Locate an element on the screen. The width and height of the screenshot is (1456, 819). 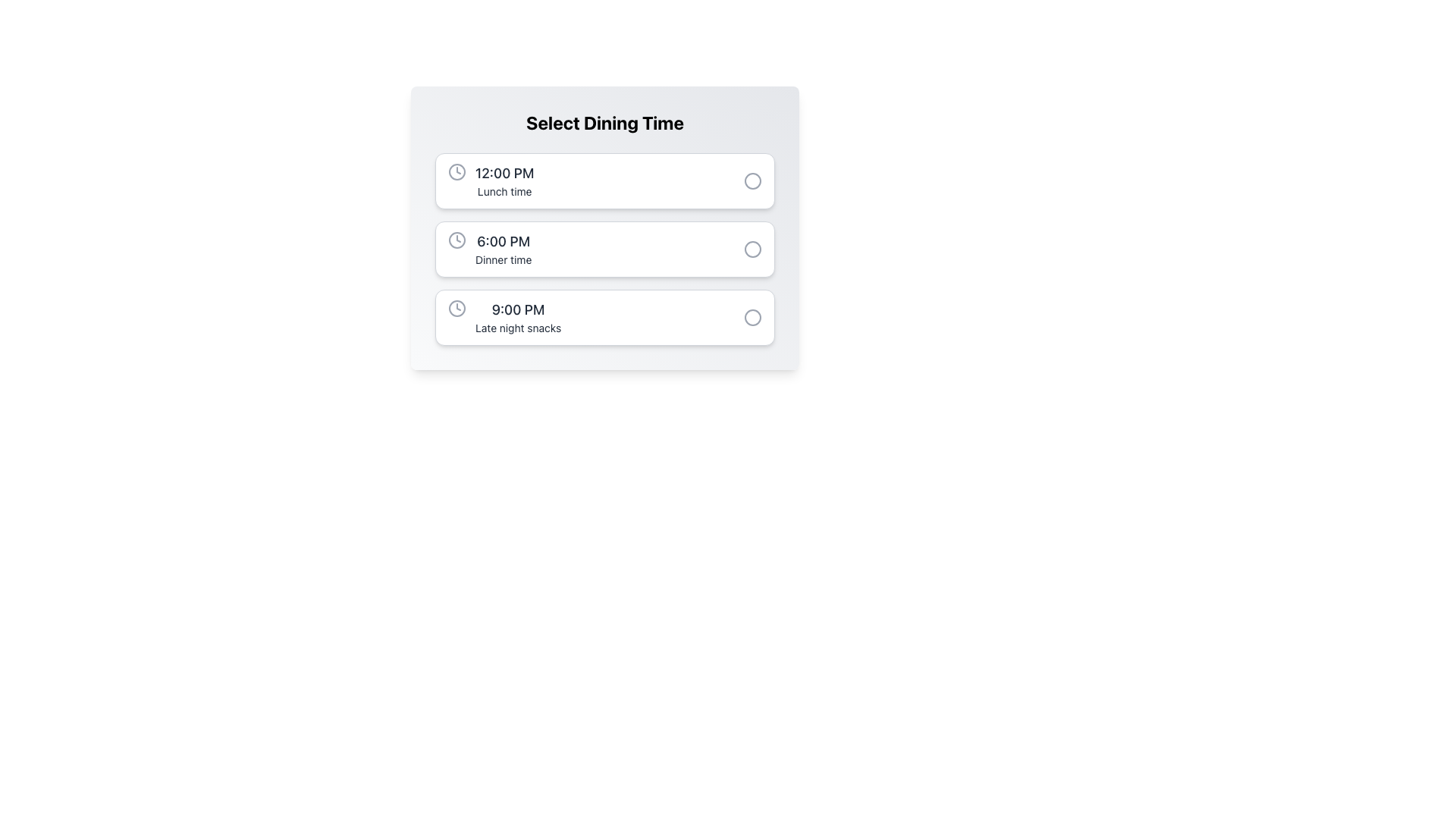
the circular SVG icon with a gray stroke located at the end of the '9:00 PM Late night snacks' option in the list is located at coordinates (753, 317).